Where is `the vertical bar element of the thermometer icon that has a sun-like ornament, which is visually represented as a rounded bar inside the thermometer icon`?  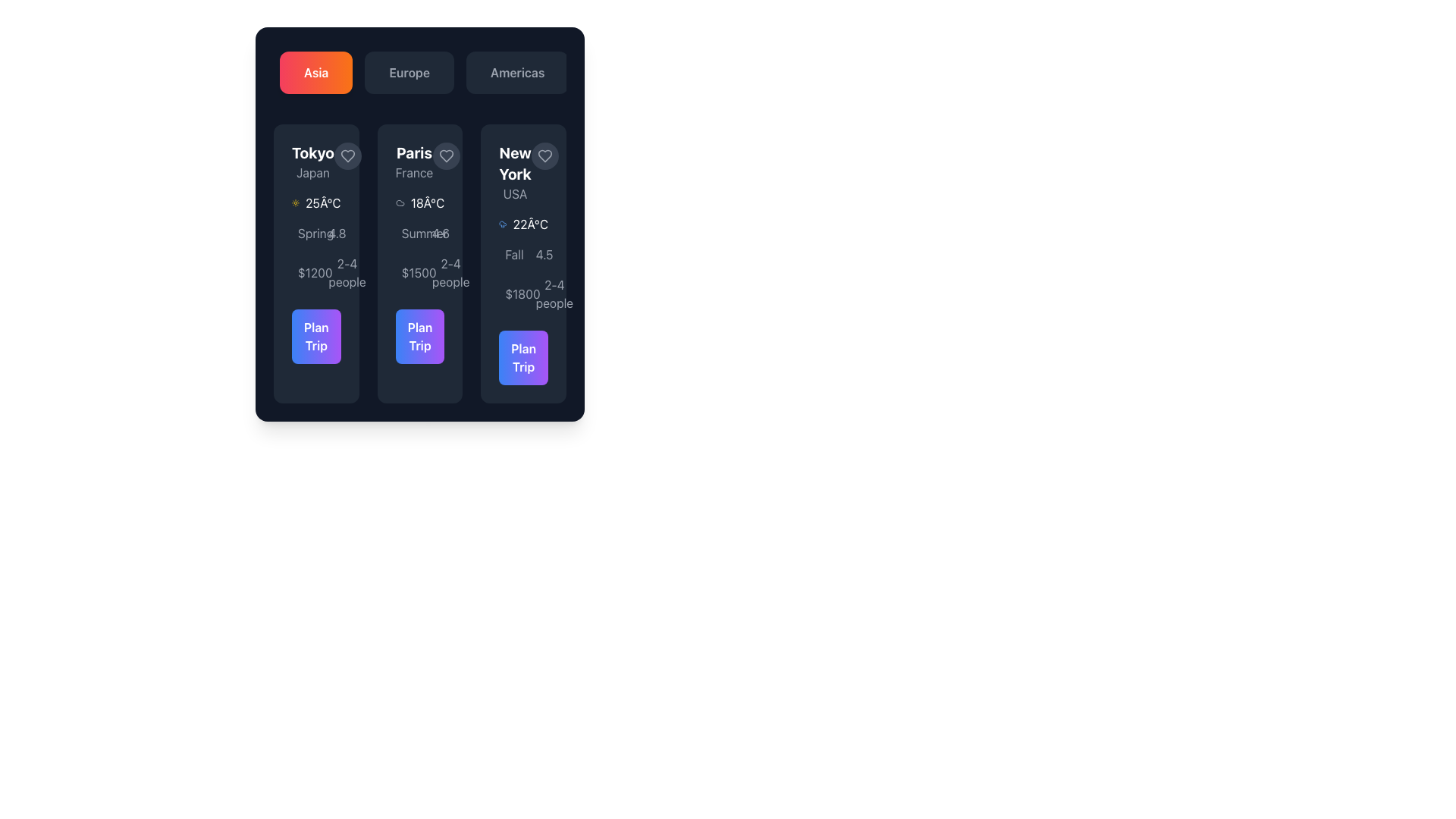
the vertical bar element of the thermometer icon that has a sun-like ornament, which is visually represented as a rounded bar inside the thermometer icon is located at coordinates (335, 237).